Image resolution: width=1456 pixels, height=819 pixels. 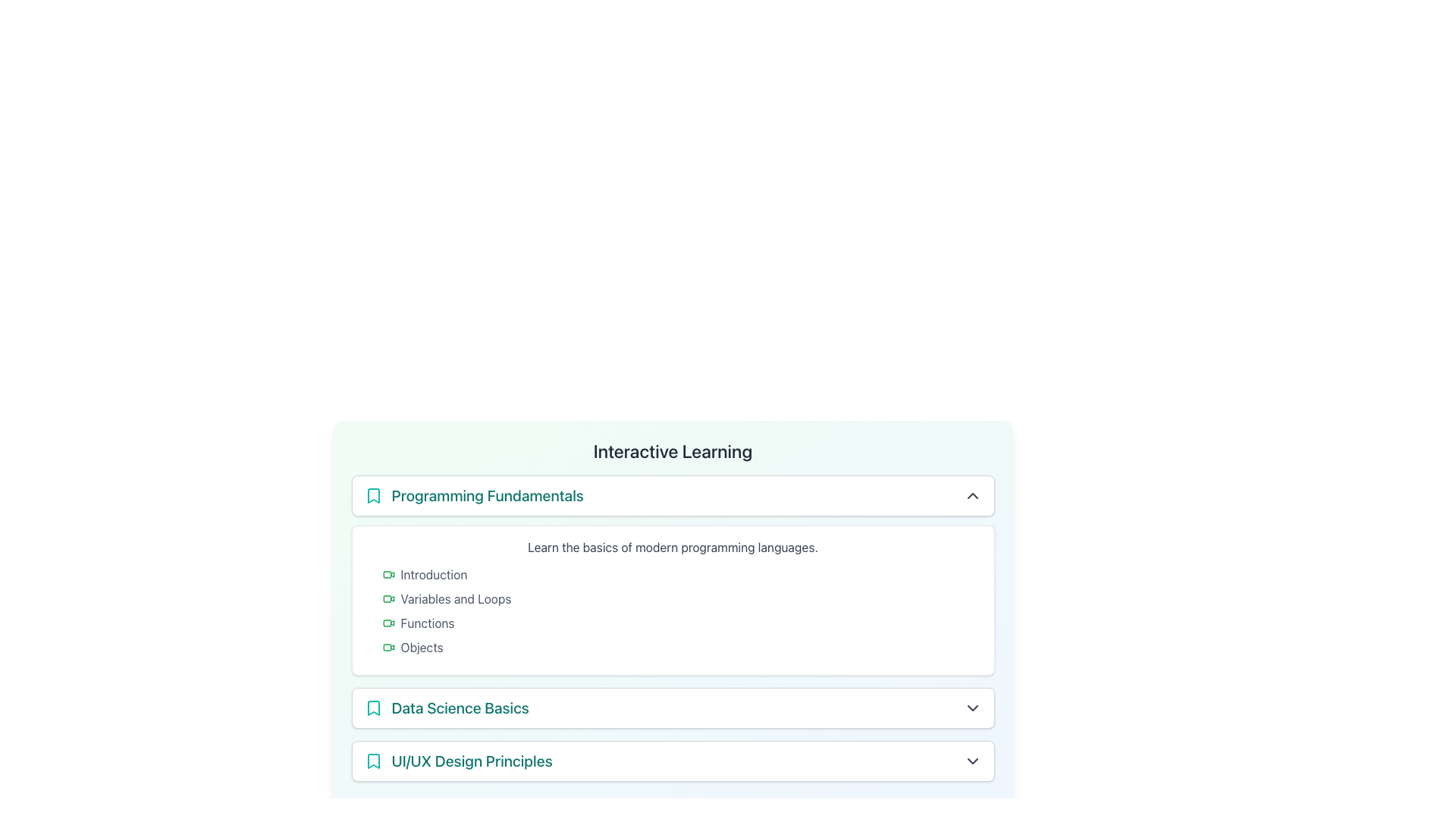 What do you see at coordinates (373, 761) in the screenshot?
I see `the bookmark icon, which is a teal outlined motif located to the left of the text label 'UI/UX Design Principles'` at bounding box center [373, 761].